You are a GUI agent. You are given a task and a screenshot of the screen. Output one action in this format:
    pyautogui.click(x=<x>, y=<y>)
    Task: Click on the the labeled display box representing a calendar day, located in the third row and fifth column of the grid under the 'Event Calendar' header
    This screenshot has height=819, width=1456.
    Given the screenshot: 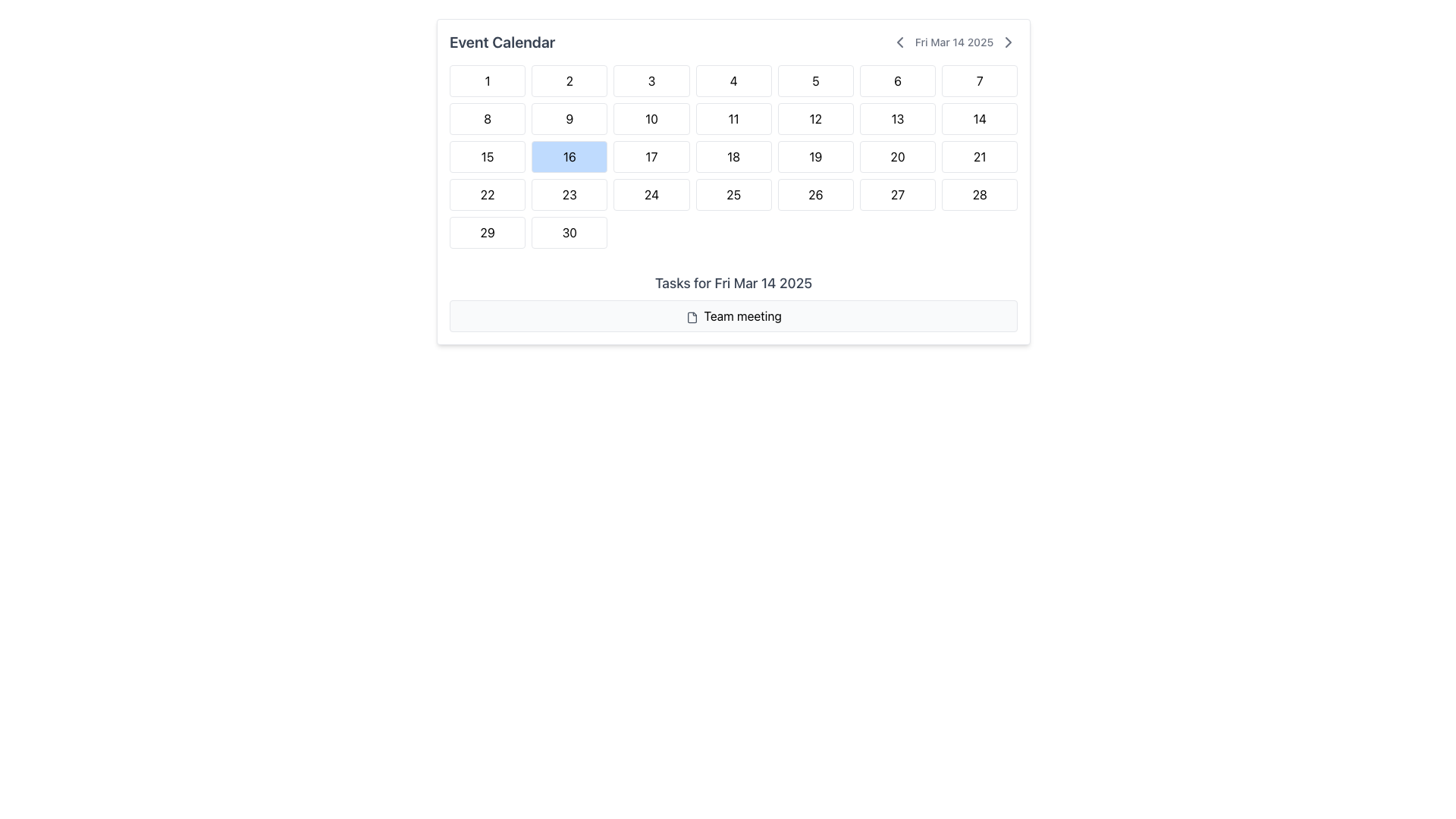 What is the action you would take?
    pyautogui.click(x=814, y=157)
    